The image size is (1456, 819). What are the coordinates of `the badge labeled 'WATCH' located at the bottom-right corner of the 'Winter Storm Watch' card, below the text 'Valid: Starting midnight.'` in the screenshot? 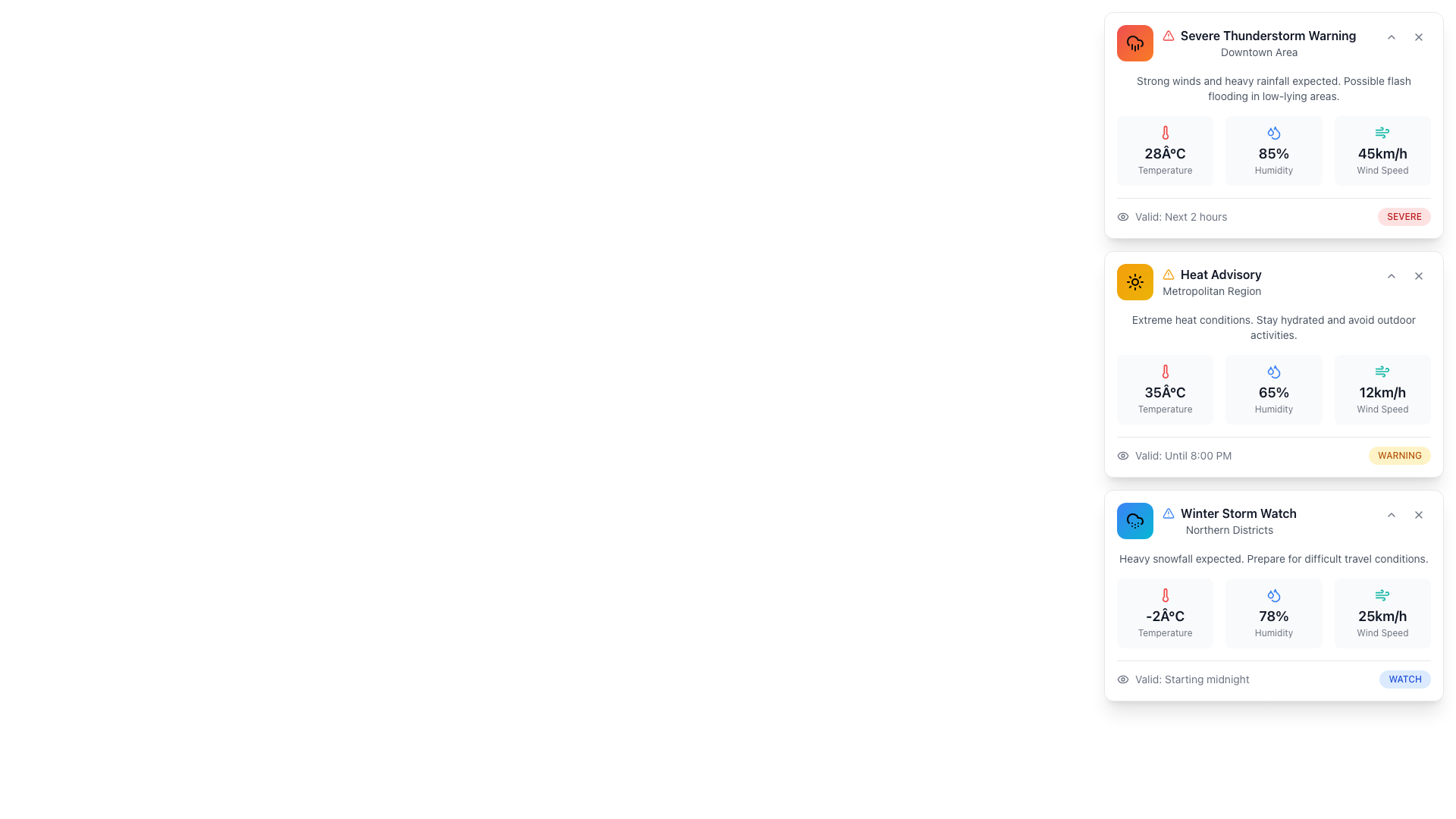 It's located at (1404, 678).